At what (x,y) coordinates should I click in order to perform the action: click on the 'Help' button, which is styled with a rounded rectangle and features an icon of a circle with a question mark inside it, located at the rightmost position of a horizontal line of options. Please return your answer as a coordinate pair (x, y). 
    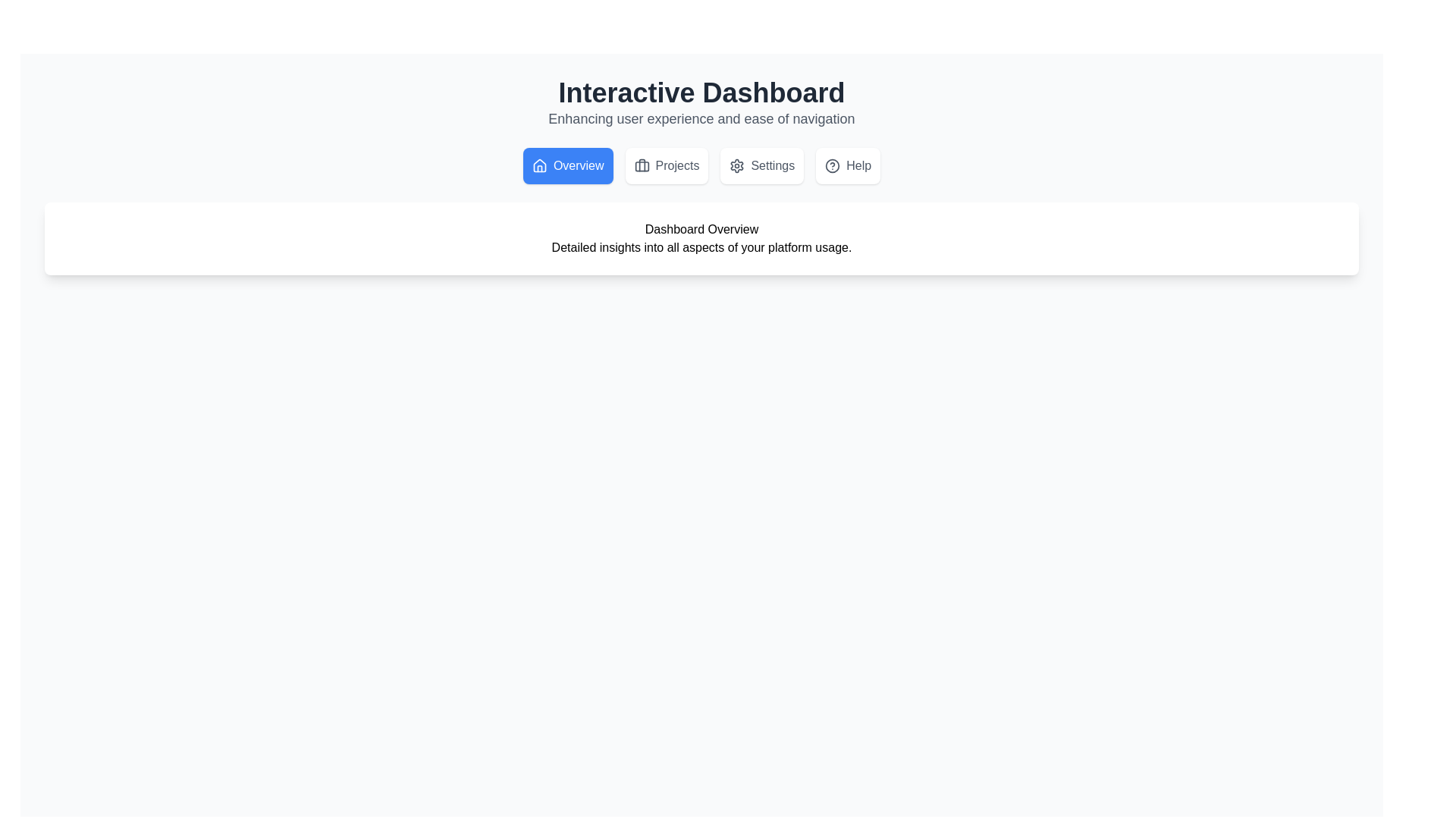
    Looking at the image, I should click on (847, 166).